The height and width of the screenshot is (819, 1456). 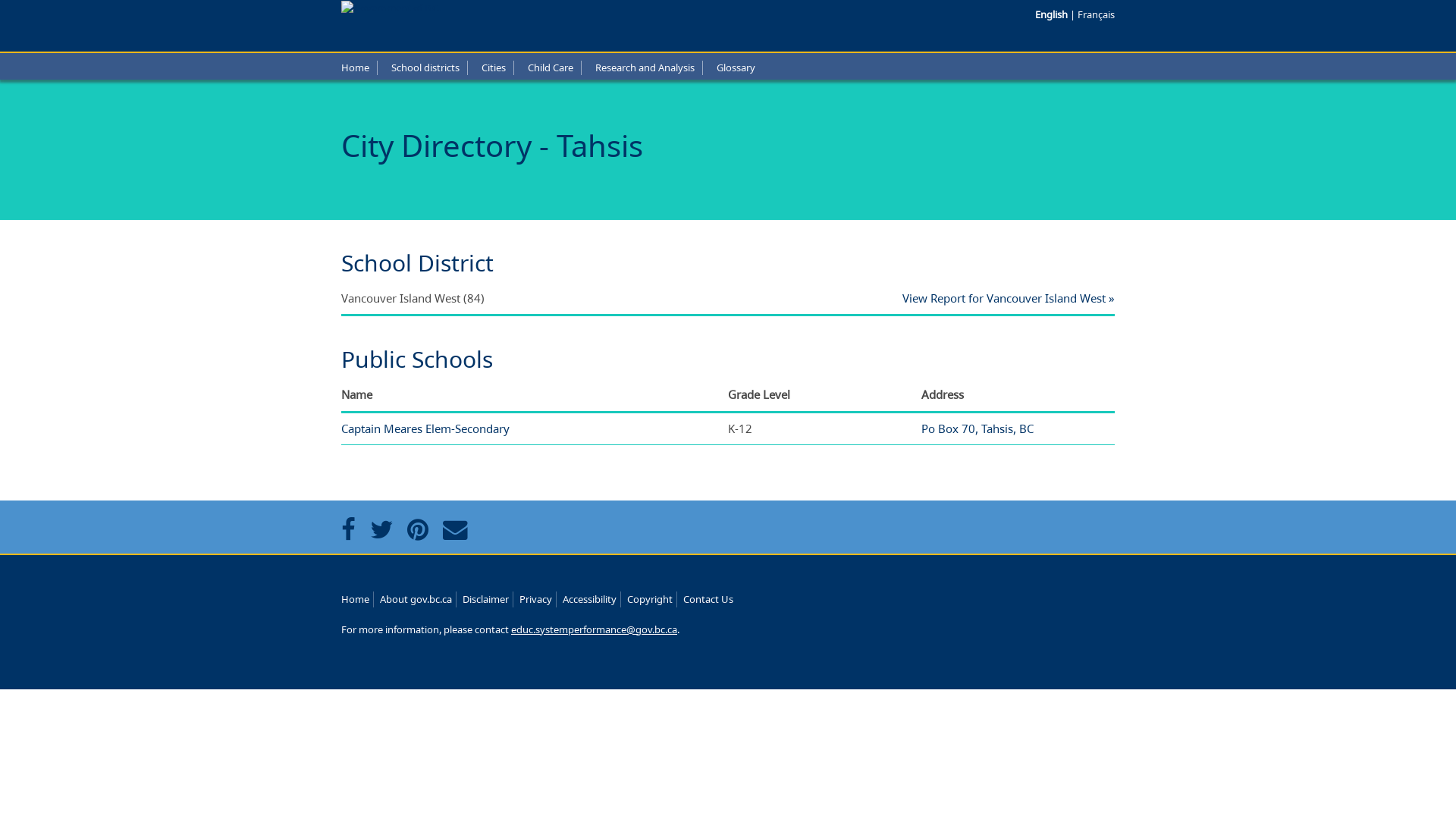 I want to click on 'Glossary', so click(x=736, y=66).